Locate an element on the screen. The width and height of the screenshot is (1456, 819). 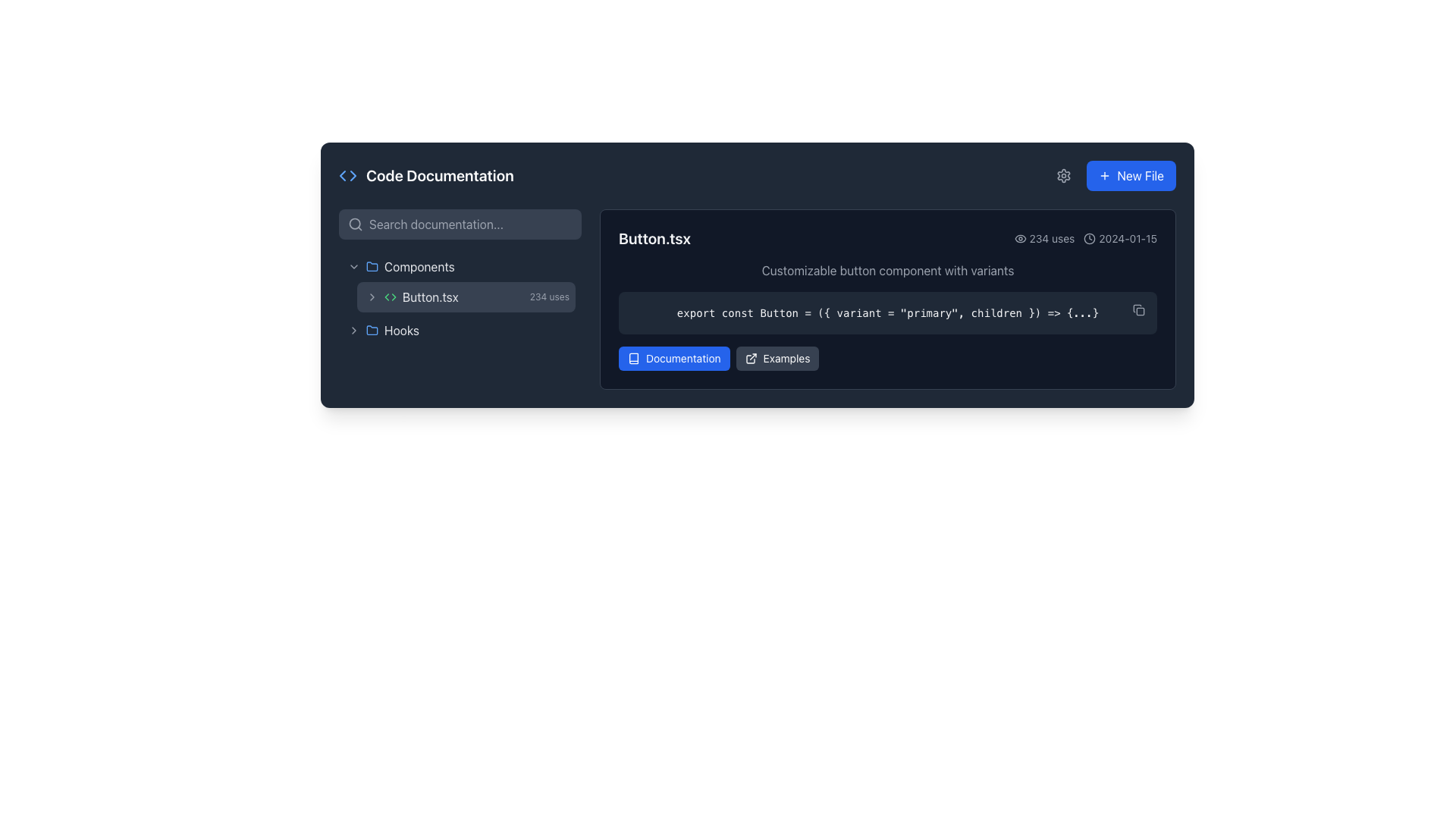
the right-pointing chevron icon, which is styled with a gray color and located in a rounded rectangular area with a dark background is located at coordinates (353, 329).